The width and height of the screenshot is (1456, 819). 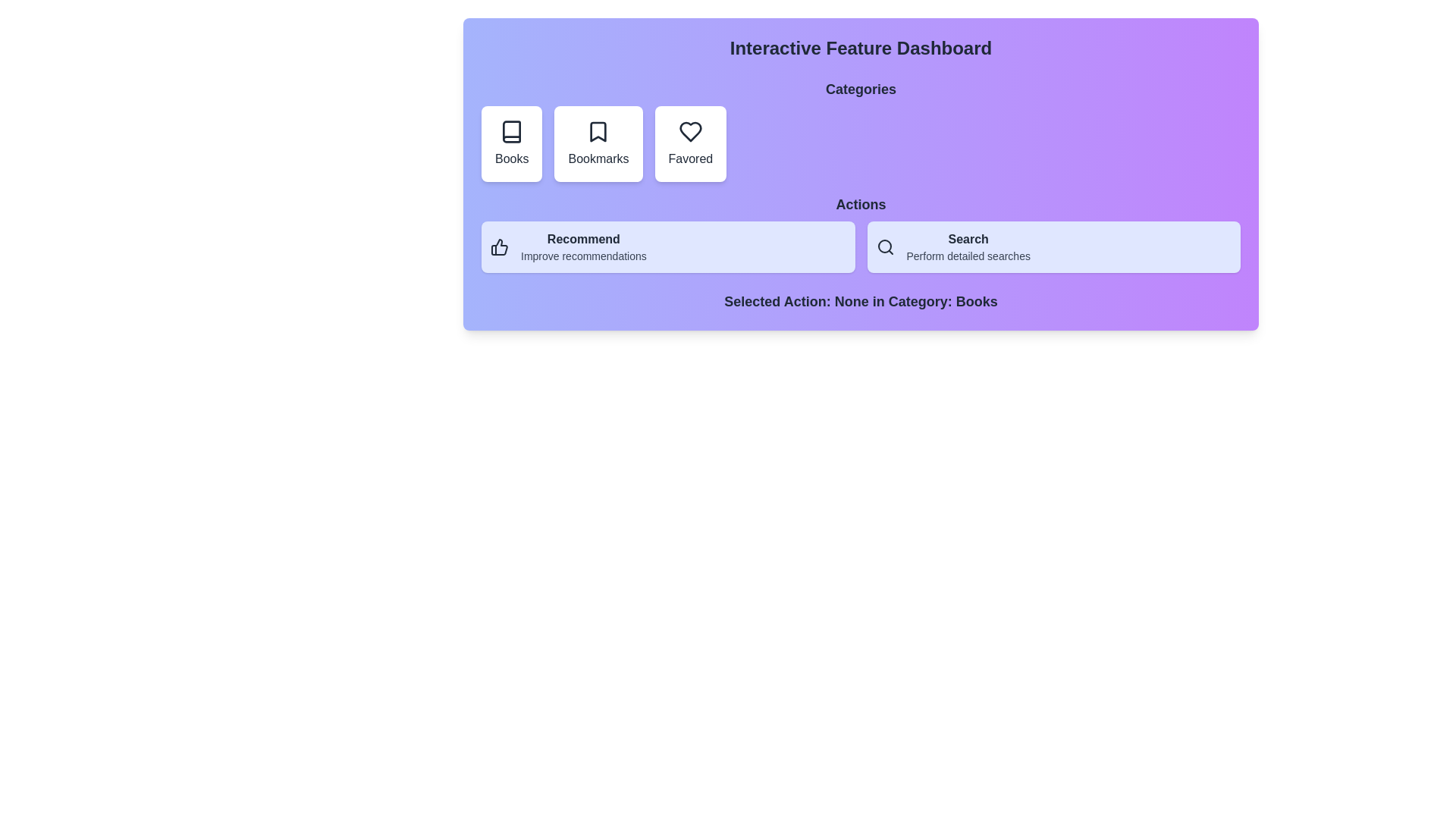 What do you see at coordinates (499, 246) in the screenshot?
I see `the 'thumbs-up' icon located inside the 'Recommend' action button, which is positioned to the left of the 'Search' button` at bounding box center [499, 246].